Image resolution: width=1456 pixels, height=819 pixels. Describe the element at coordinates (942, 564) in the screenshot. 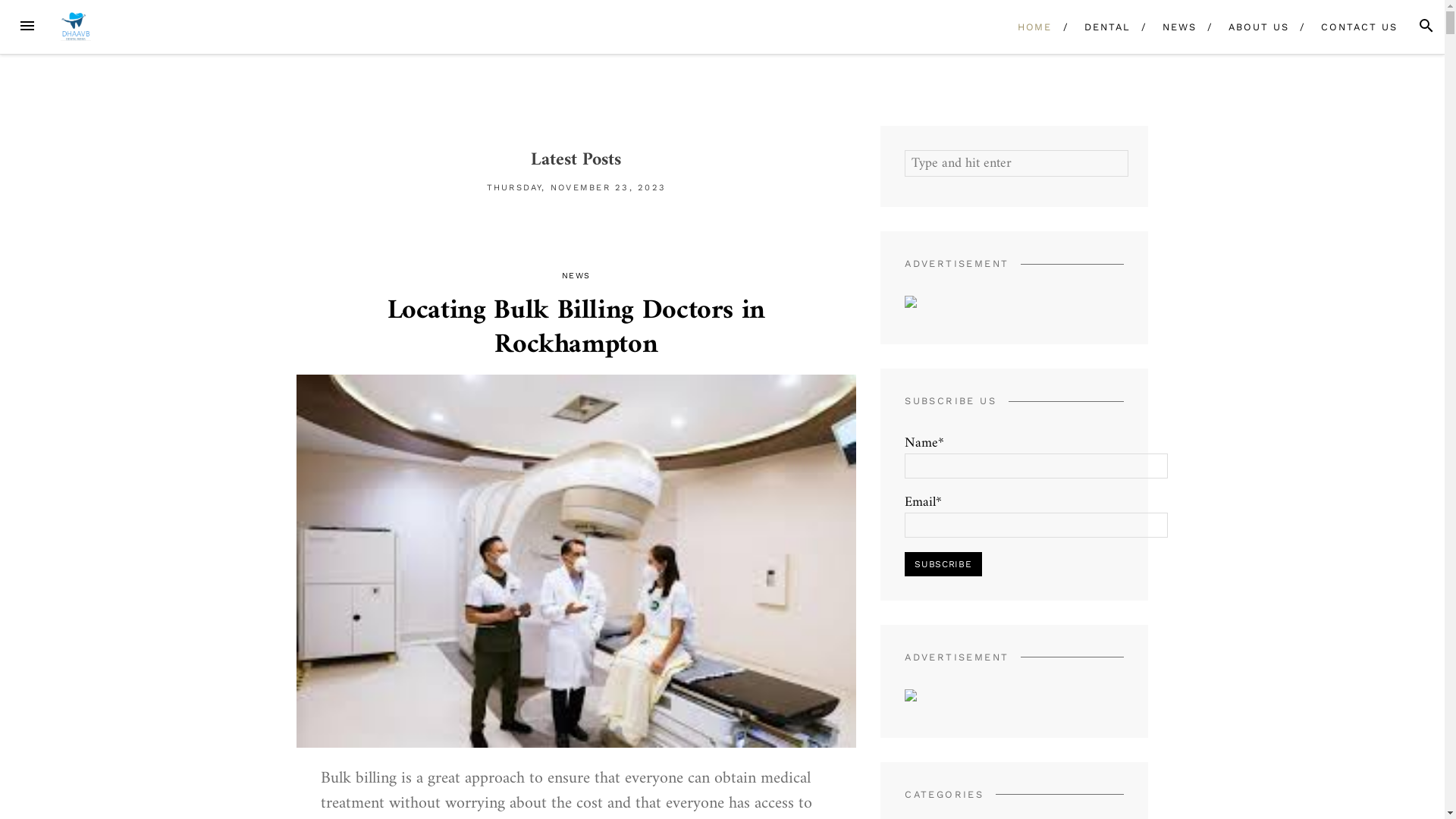

I see `'Subscribe'` at that location.